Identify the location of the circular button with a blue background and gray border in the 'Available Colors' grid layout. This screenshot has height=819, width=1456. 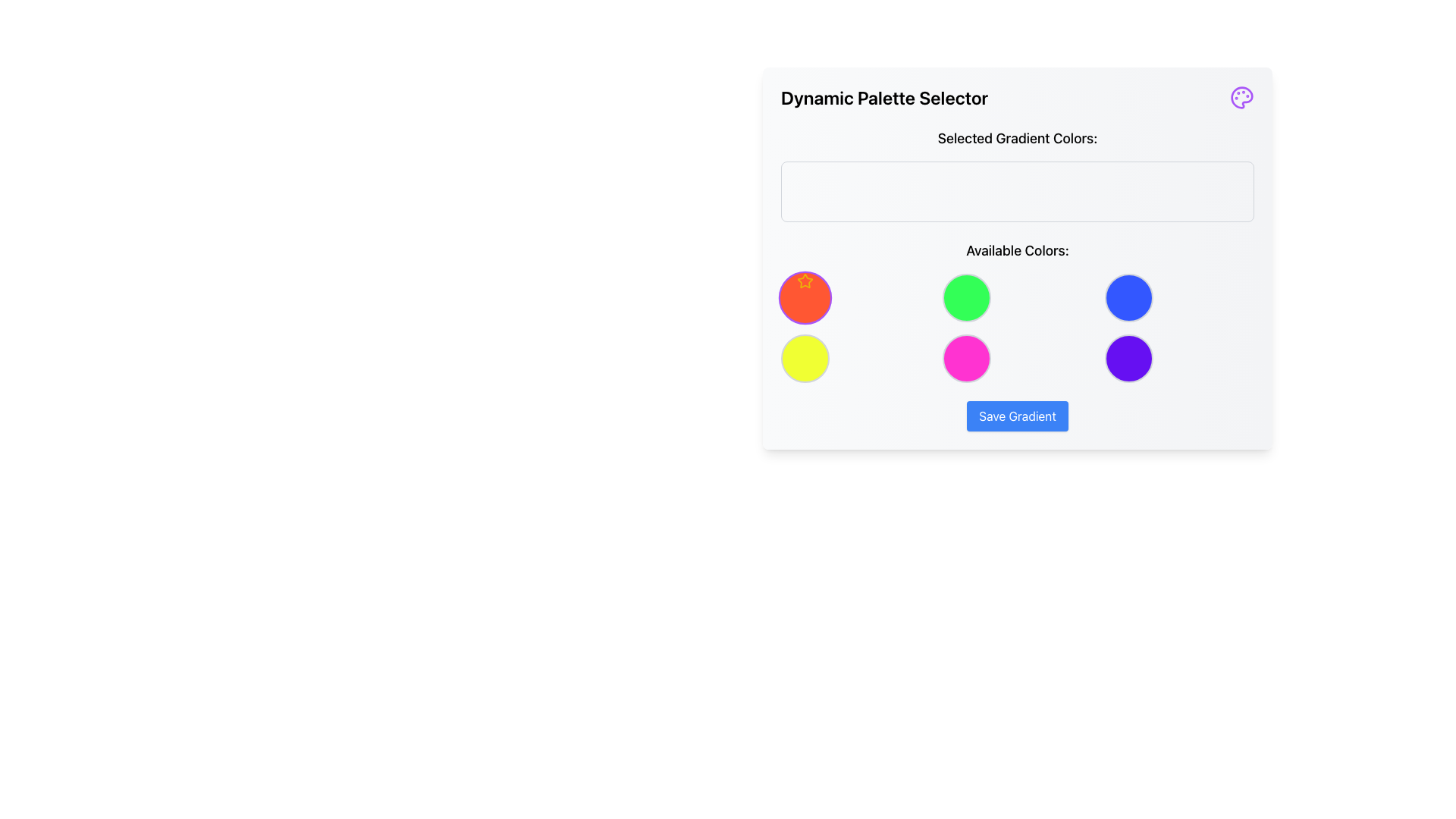
(1128, 298).